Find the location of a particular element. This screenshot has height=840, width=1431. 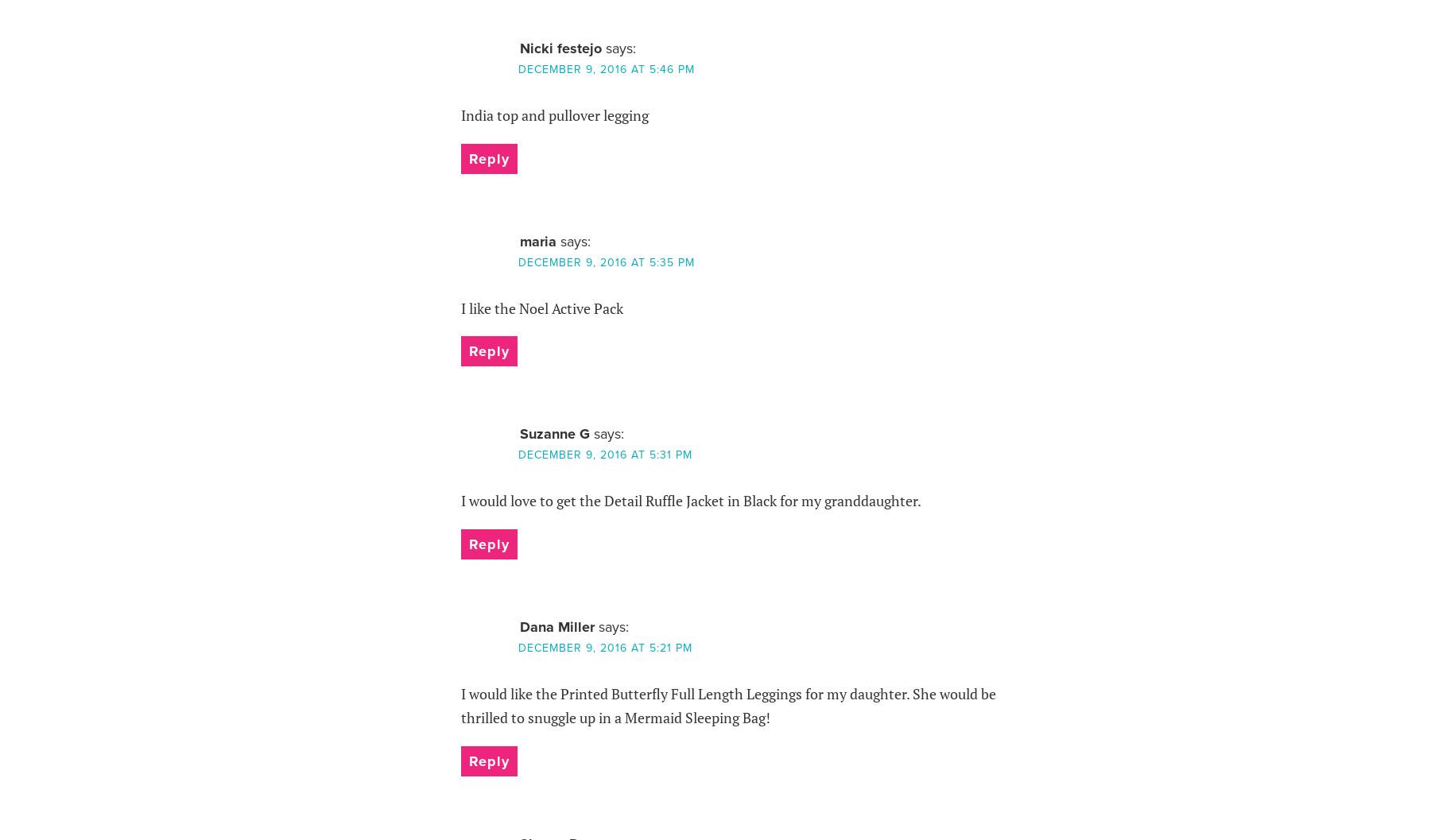

'Nicki festejo' is located at coordinates (559, 48).